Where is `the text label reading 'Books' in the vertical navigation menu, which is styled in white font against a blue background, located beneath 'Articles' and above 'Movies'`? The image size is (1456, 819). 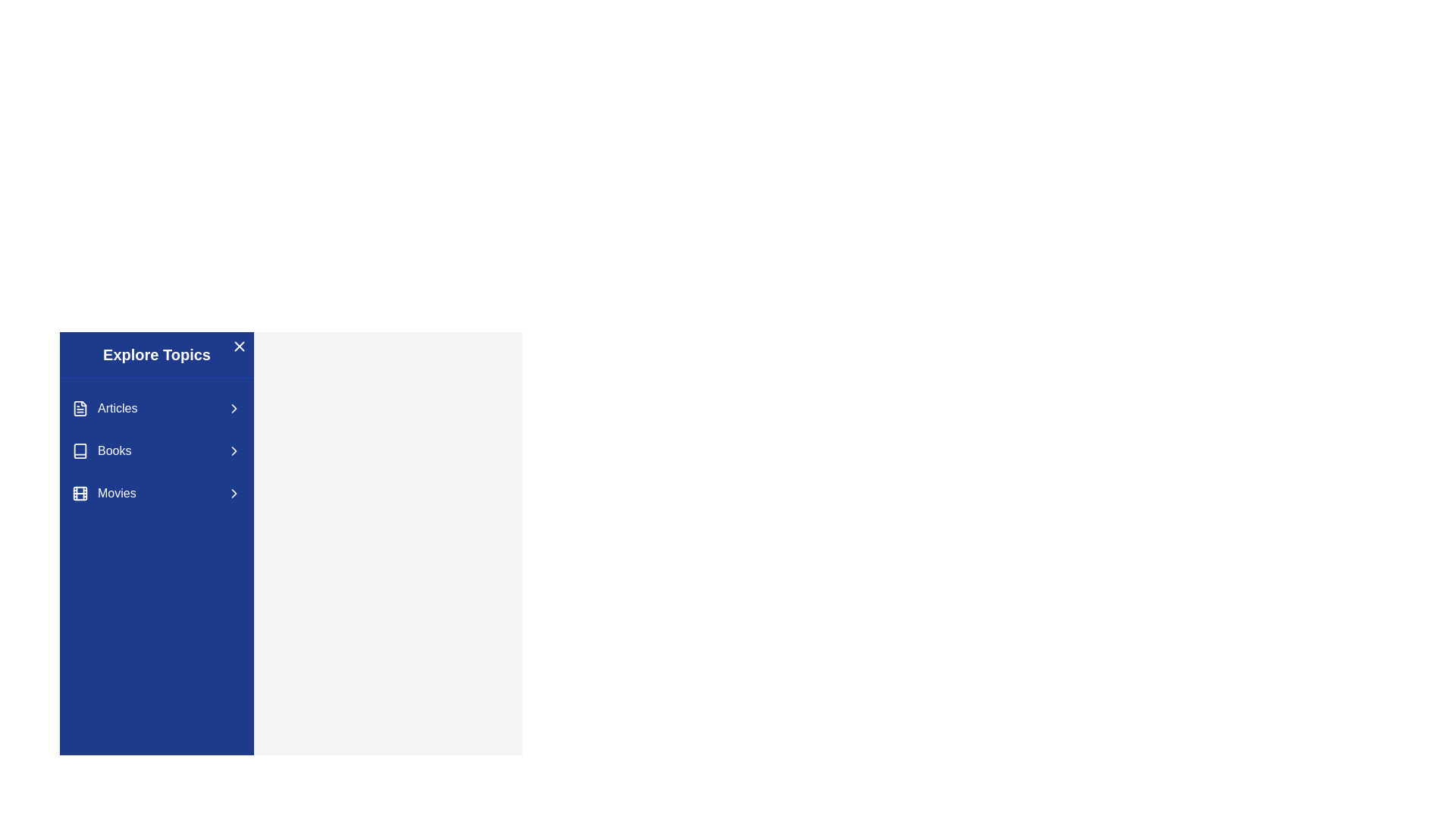 the text label reading 'Books' in the vertical navigation menu, which is styled in white font against a blue background, located beneath 'Articles' and above 'Movies' is located at coordinates (114, 450).